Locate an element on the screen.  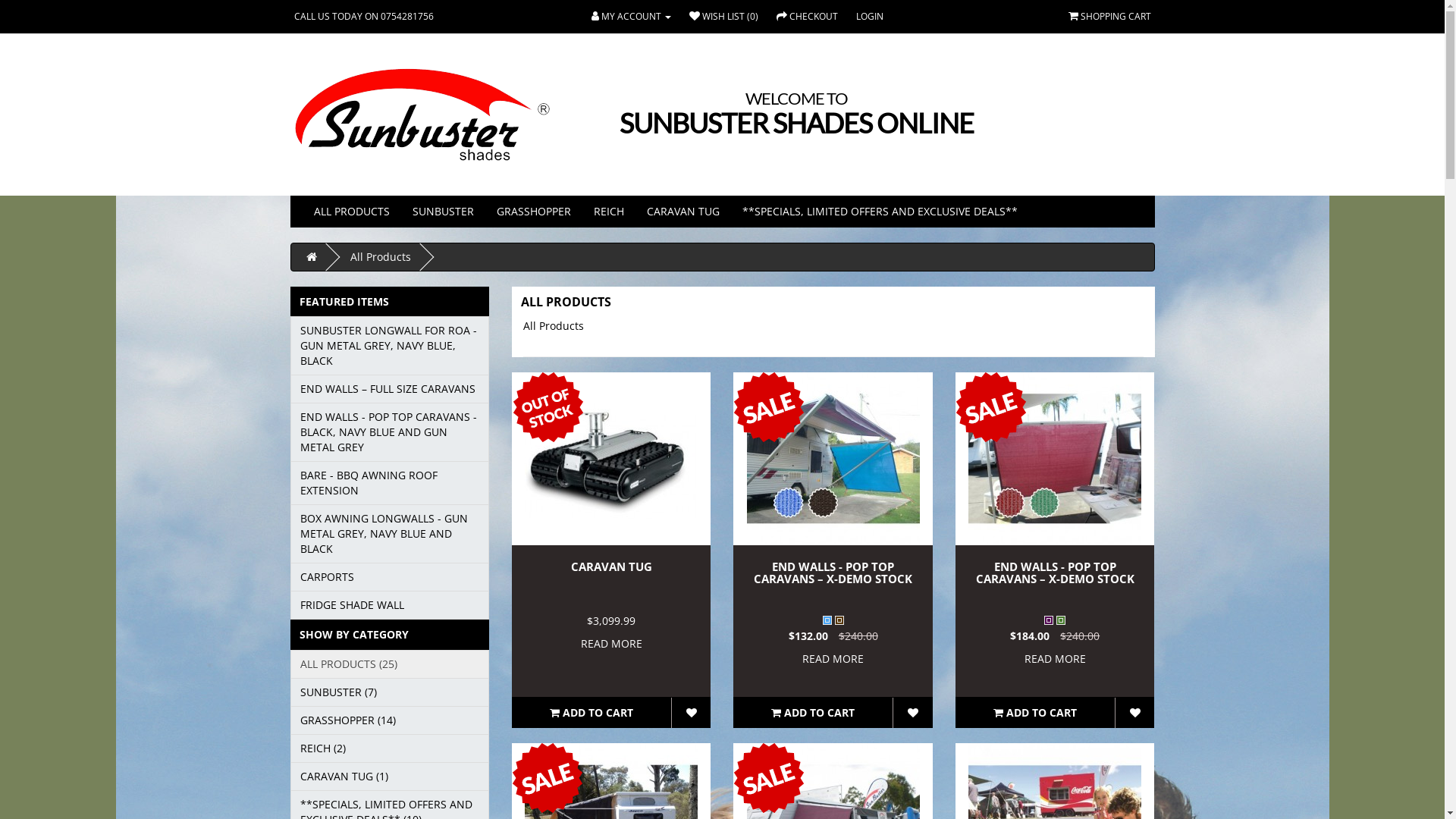
'SUNBUSTER (7)' is located at coordinates (389, 692).